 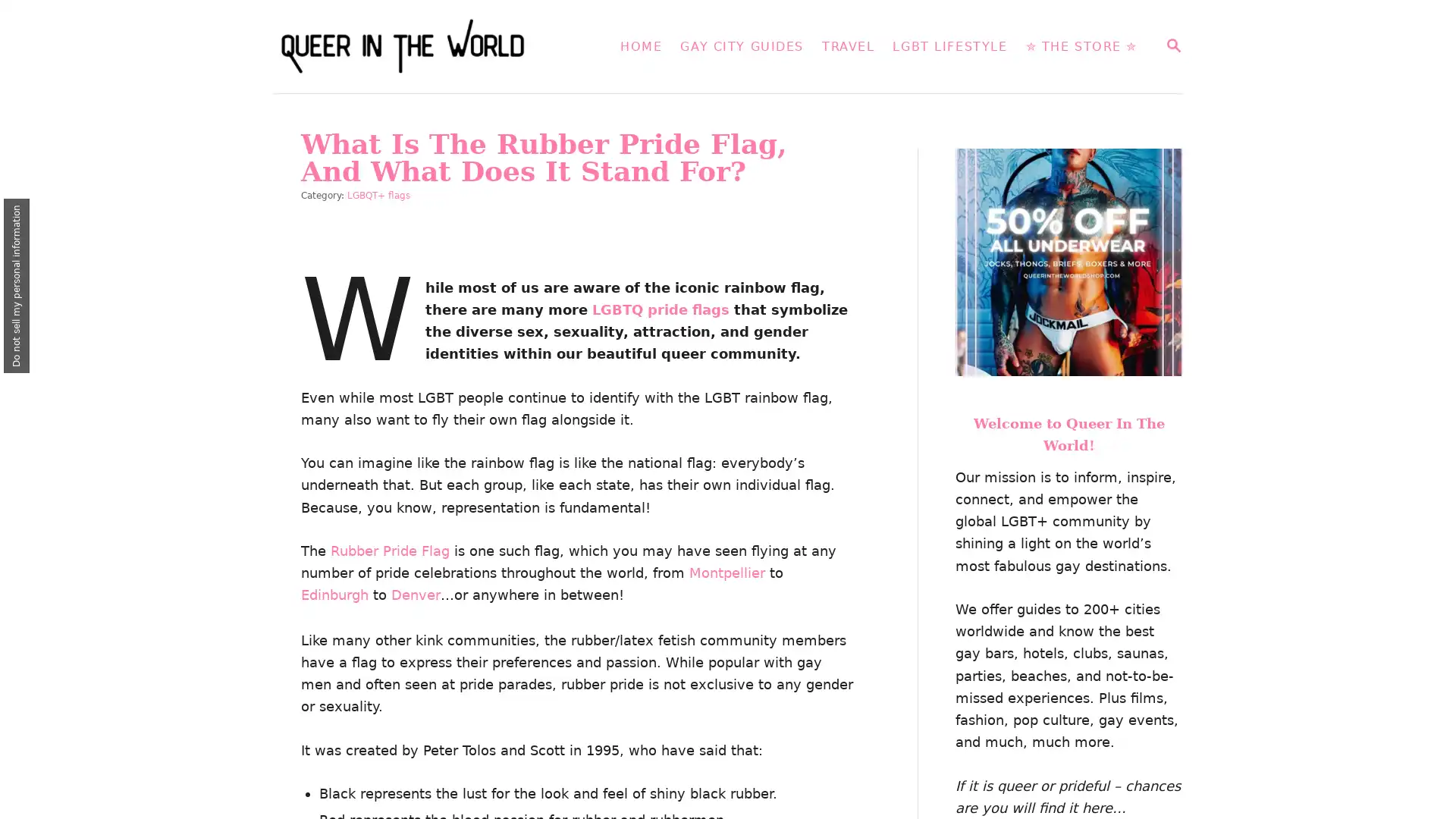 I want to click on Open Grow Menu, so click(x=1425, y=788).